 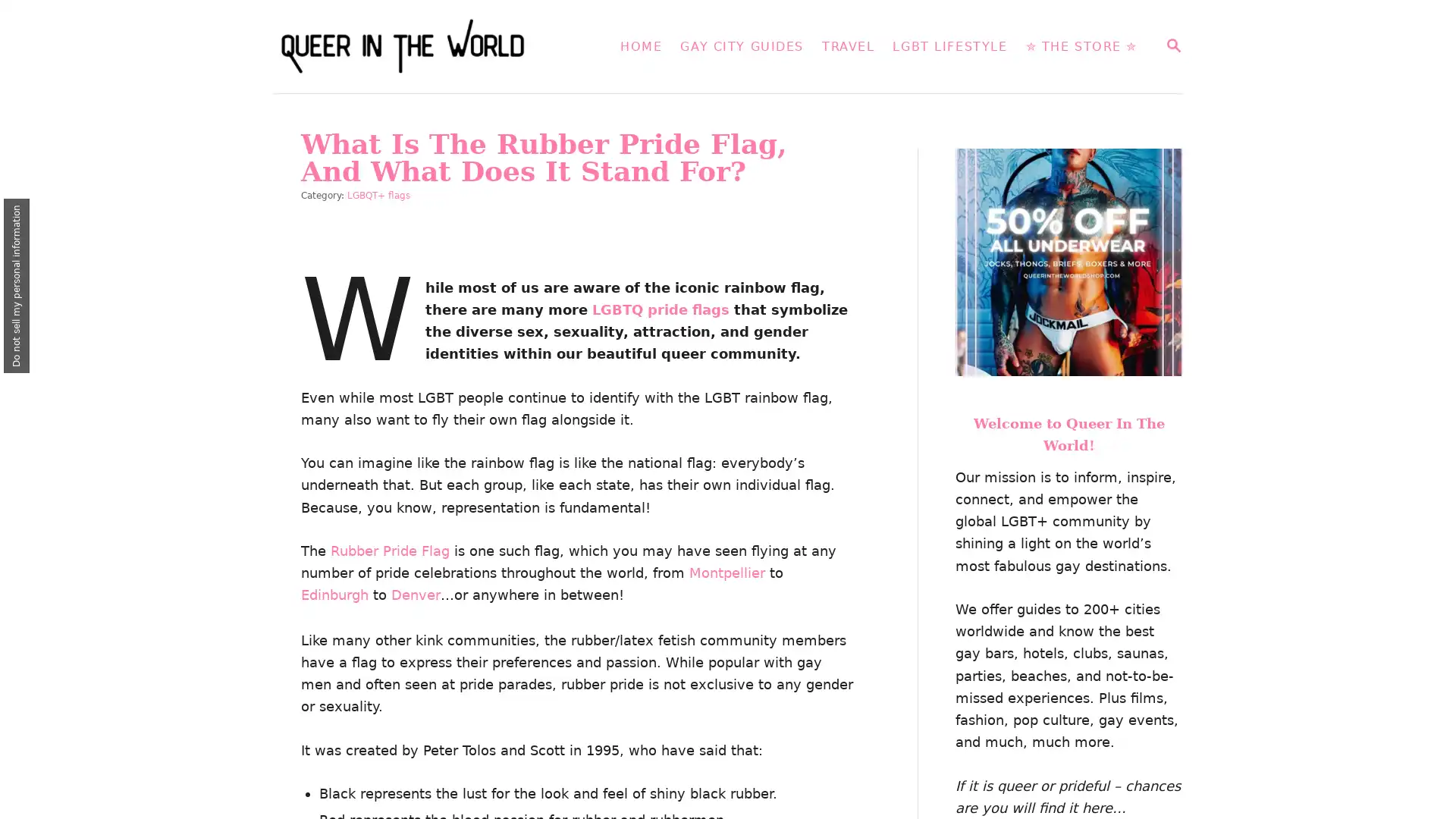 I want to click on Open Grow Menu, so click(x=1425, y=788).